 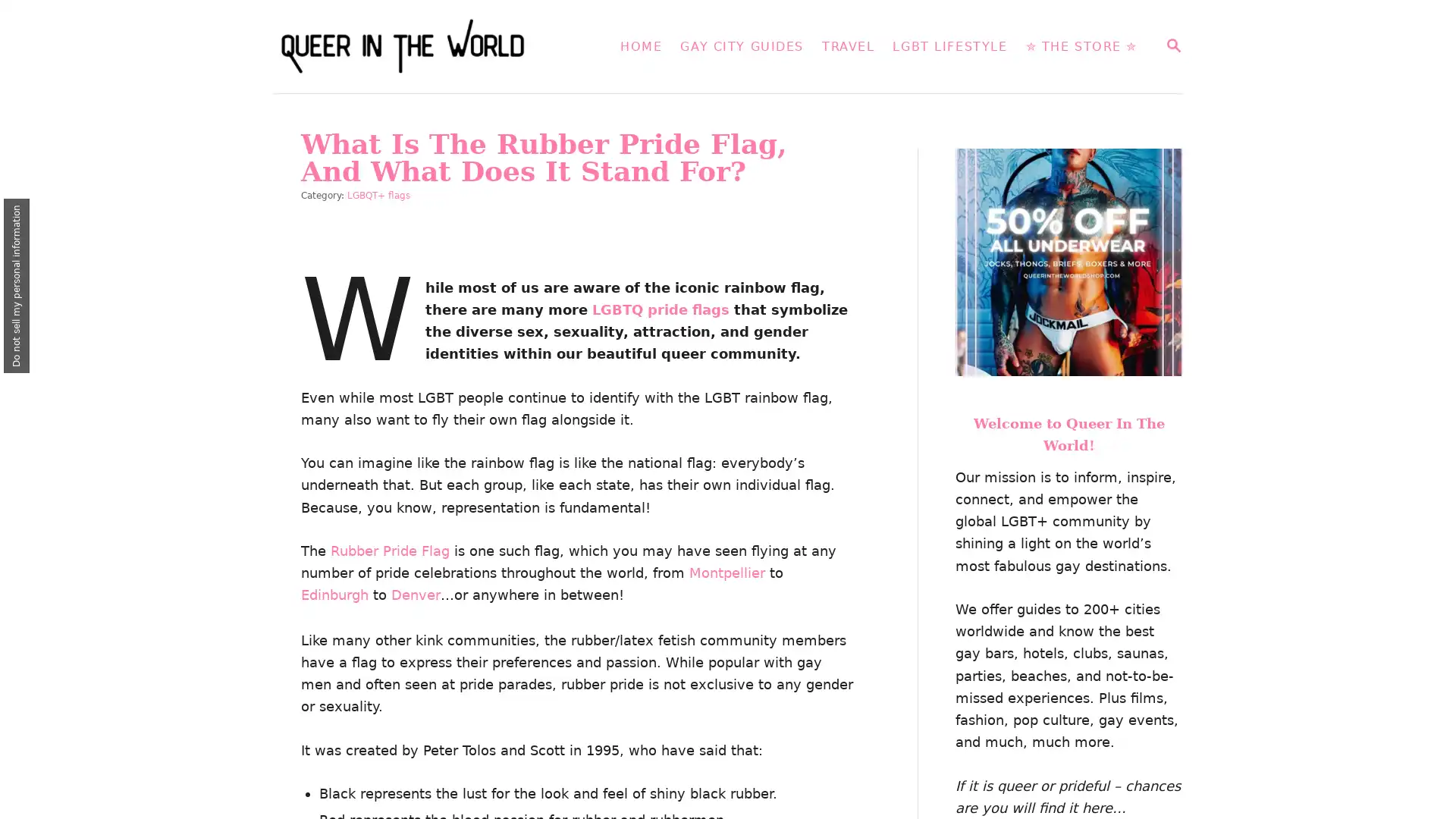 I want to click on Open Grow Menu, so click(x=1425, y=788).